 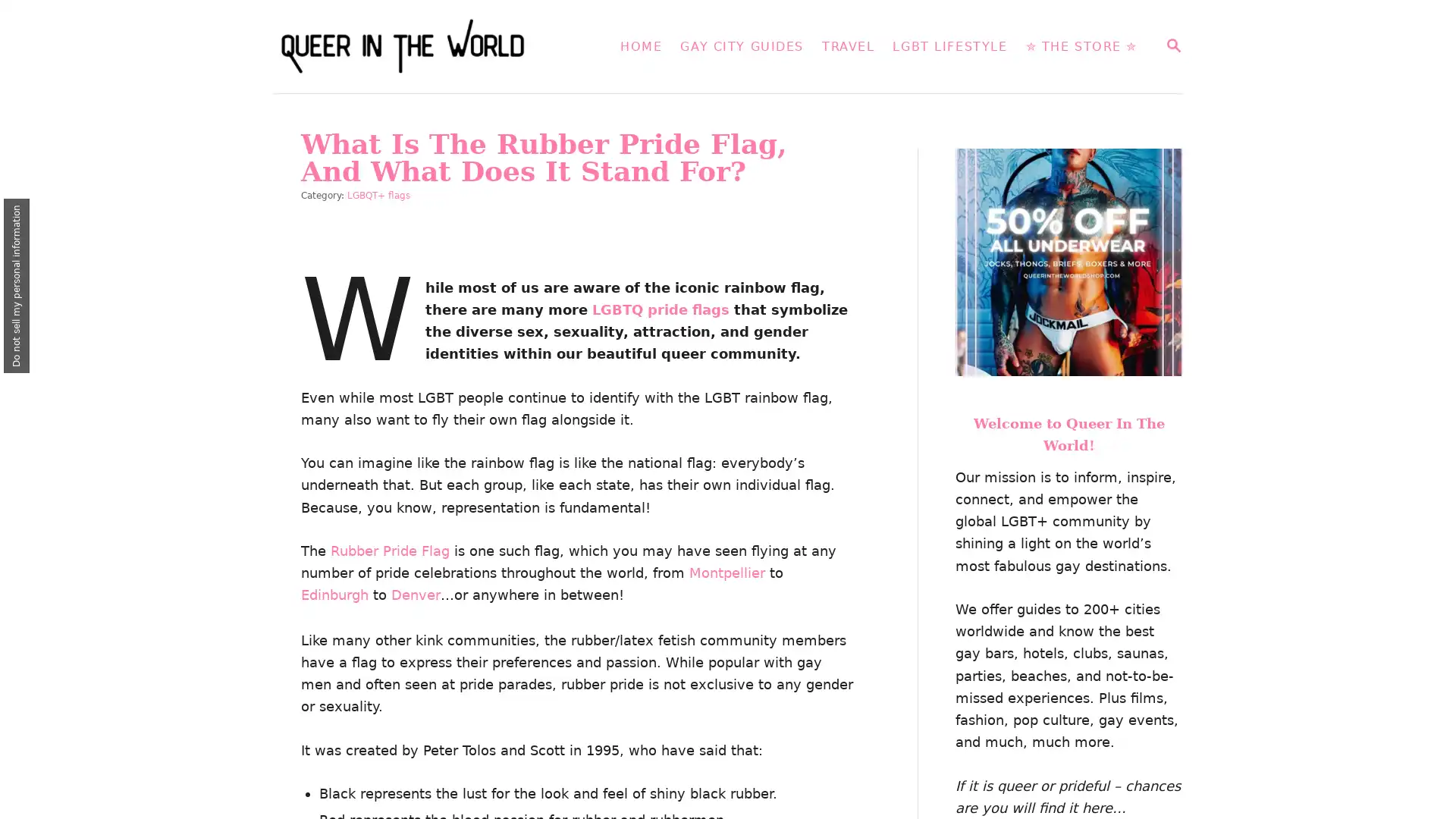 I want to click on Open Grow Menu, so click(x=1425, y=788).